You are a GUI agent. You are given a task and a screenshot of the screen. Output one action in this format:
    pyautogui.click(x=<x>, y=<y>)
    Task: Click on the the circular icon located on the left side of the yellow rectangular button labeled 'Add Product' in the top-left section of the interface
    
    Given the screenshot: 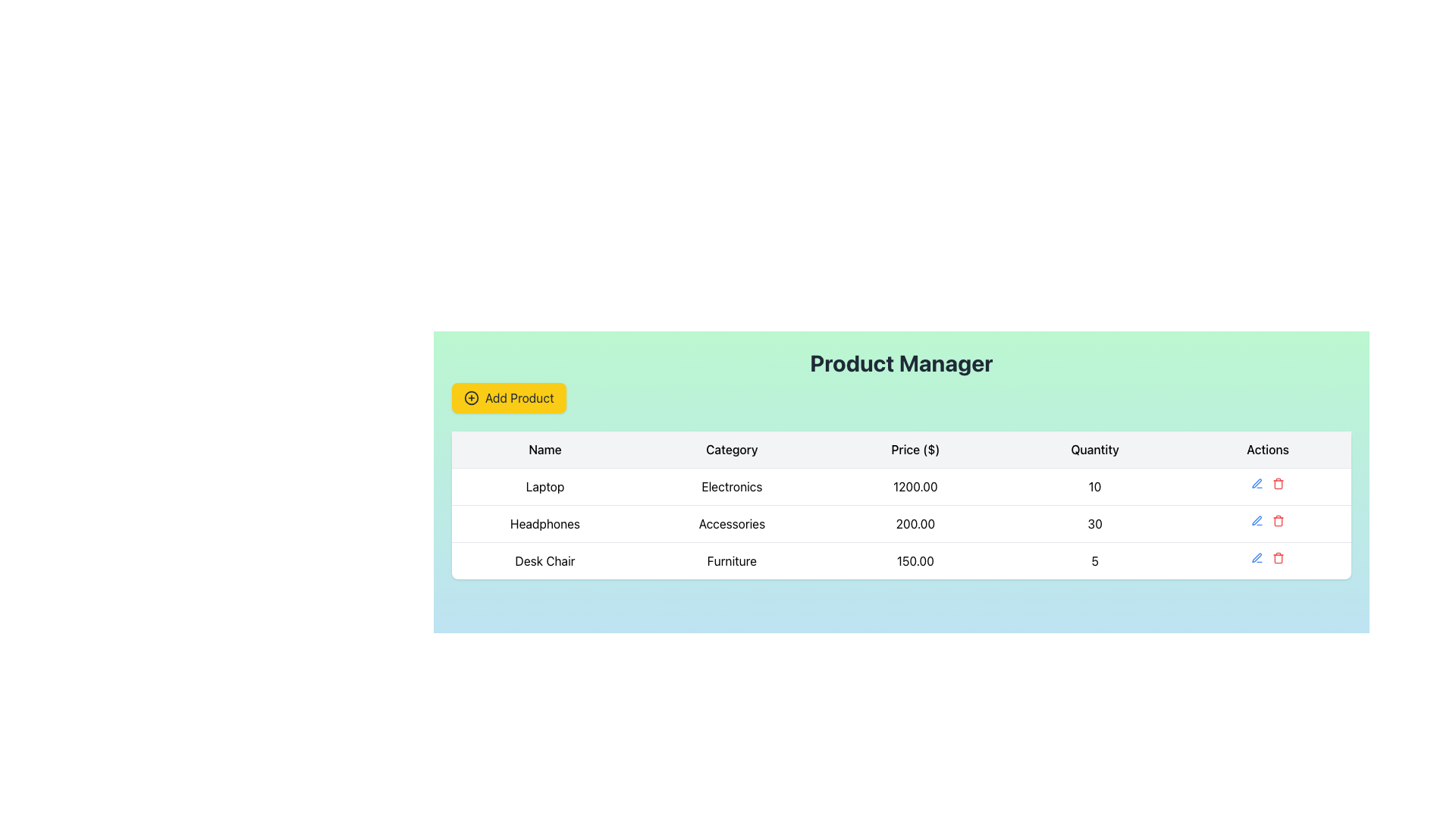 What is the action you would take?
    pyautogui.click(x=471, y=397)
    